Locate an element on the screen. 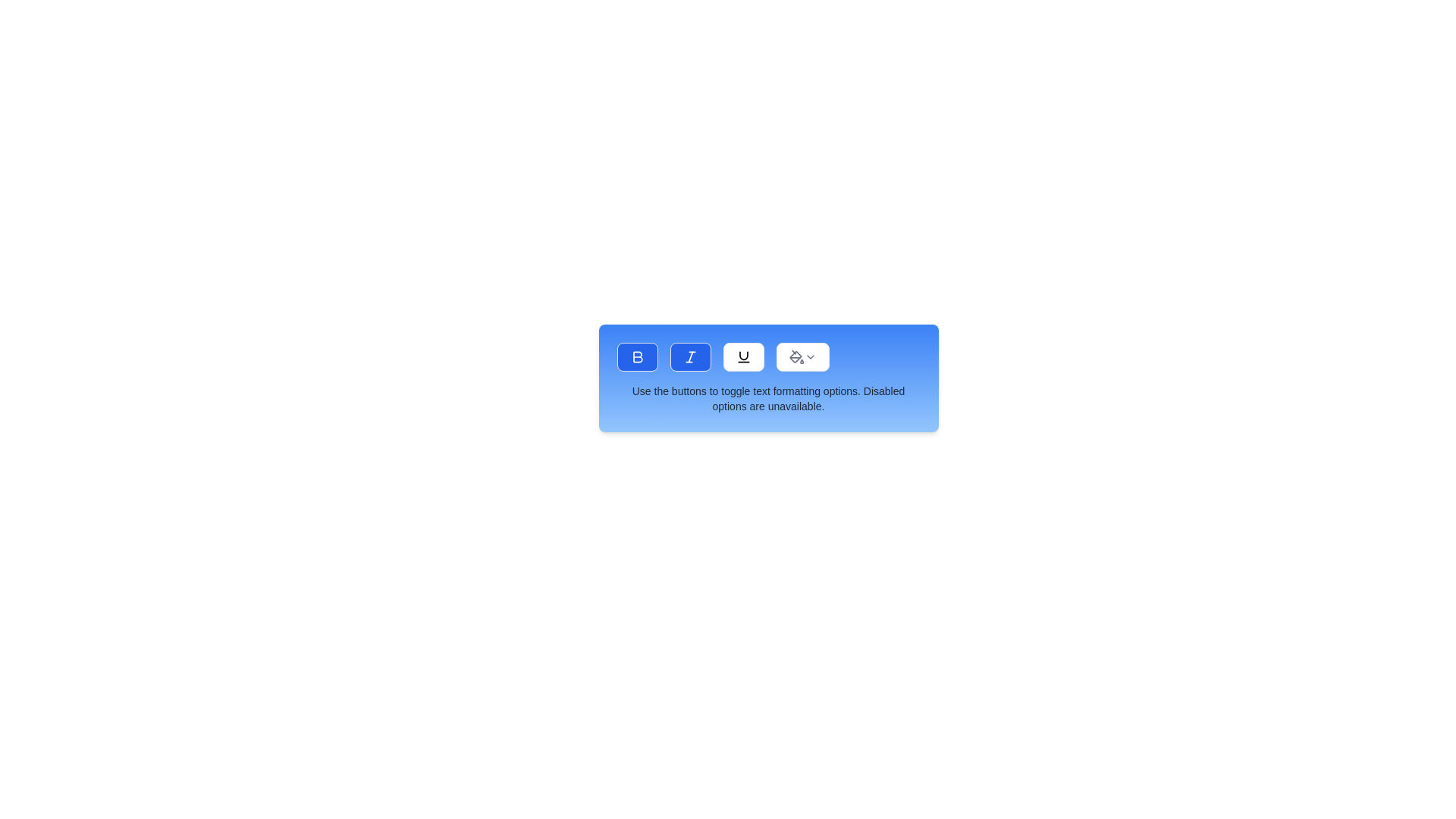 Image resolution: width=1456 pixels, height=819 pixels. the disabled dropdown button for selecting color or fill options, which is the fourth button in the formatting options row at the bottom of the bar is located at coordinates (802, 356).